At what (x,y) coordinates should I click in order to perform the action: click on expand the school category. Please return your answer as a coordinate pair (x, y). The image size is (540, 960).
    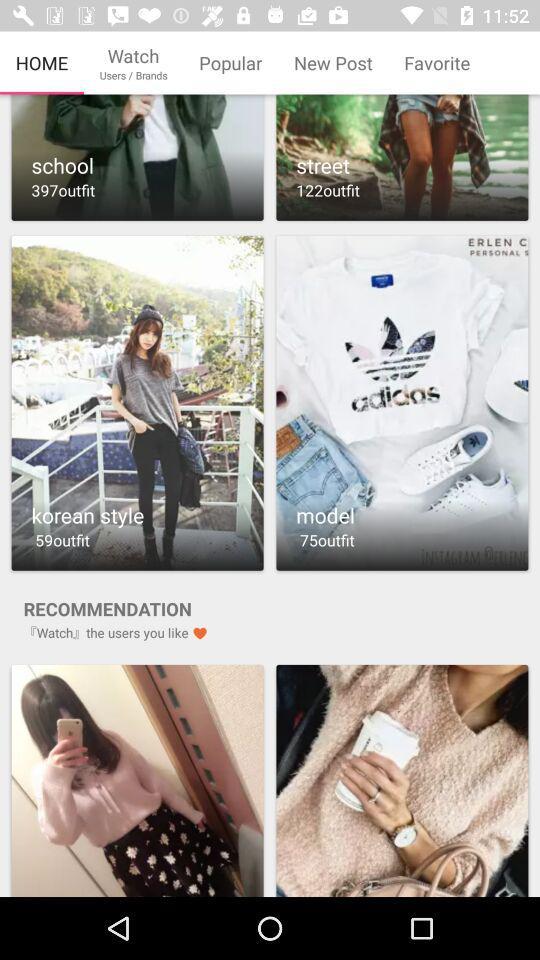
    Looking at the image, I should click on (136, 157).